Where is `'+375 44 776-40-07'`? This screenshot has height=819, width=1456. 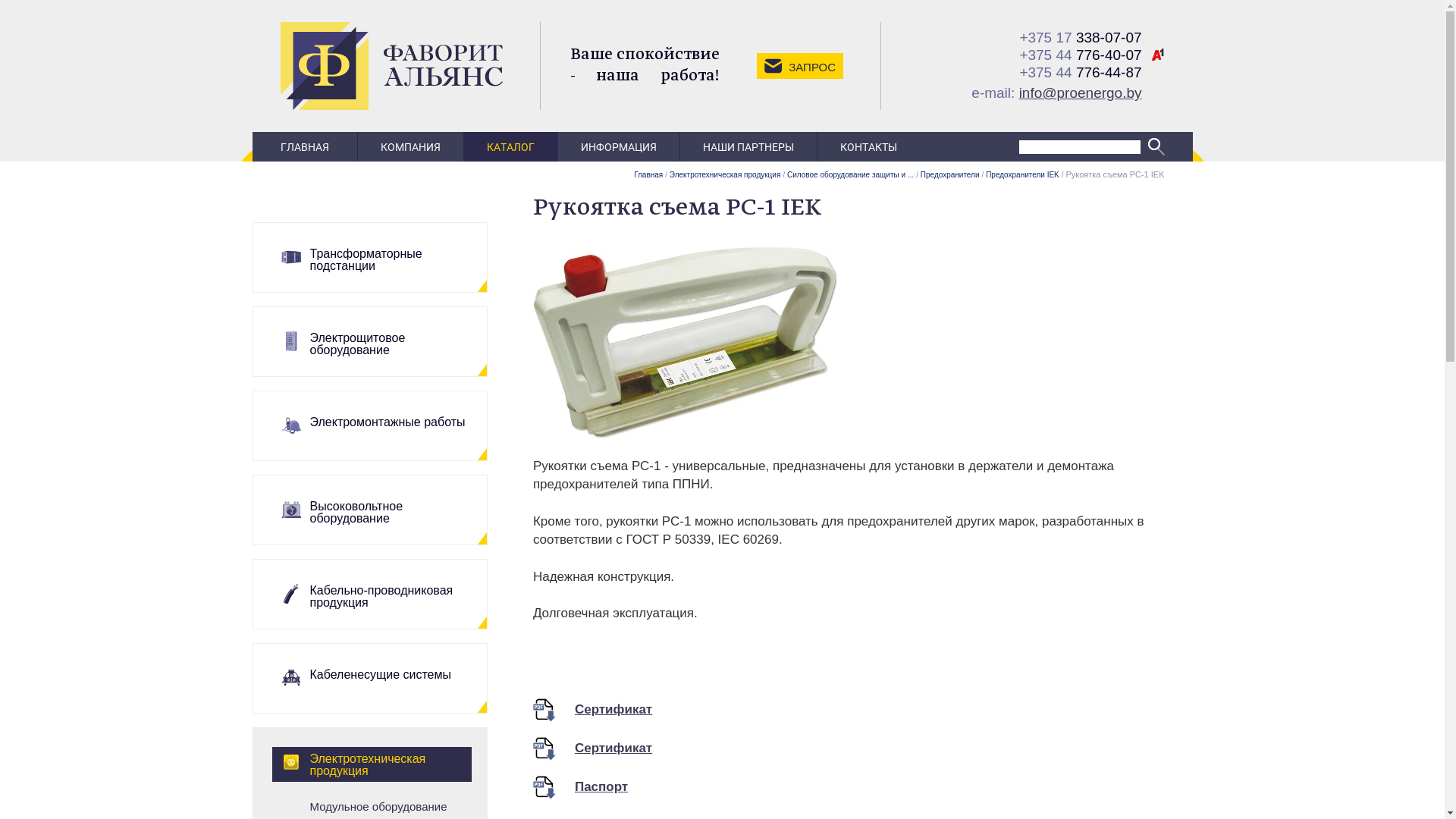 '+375 44 776-40-07' is located at coordinates (1079, 54).